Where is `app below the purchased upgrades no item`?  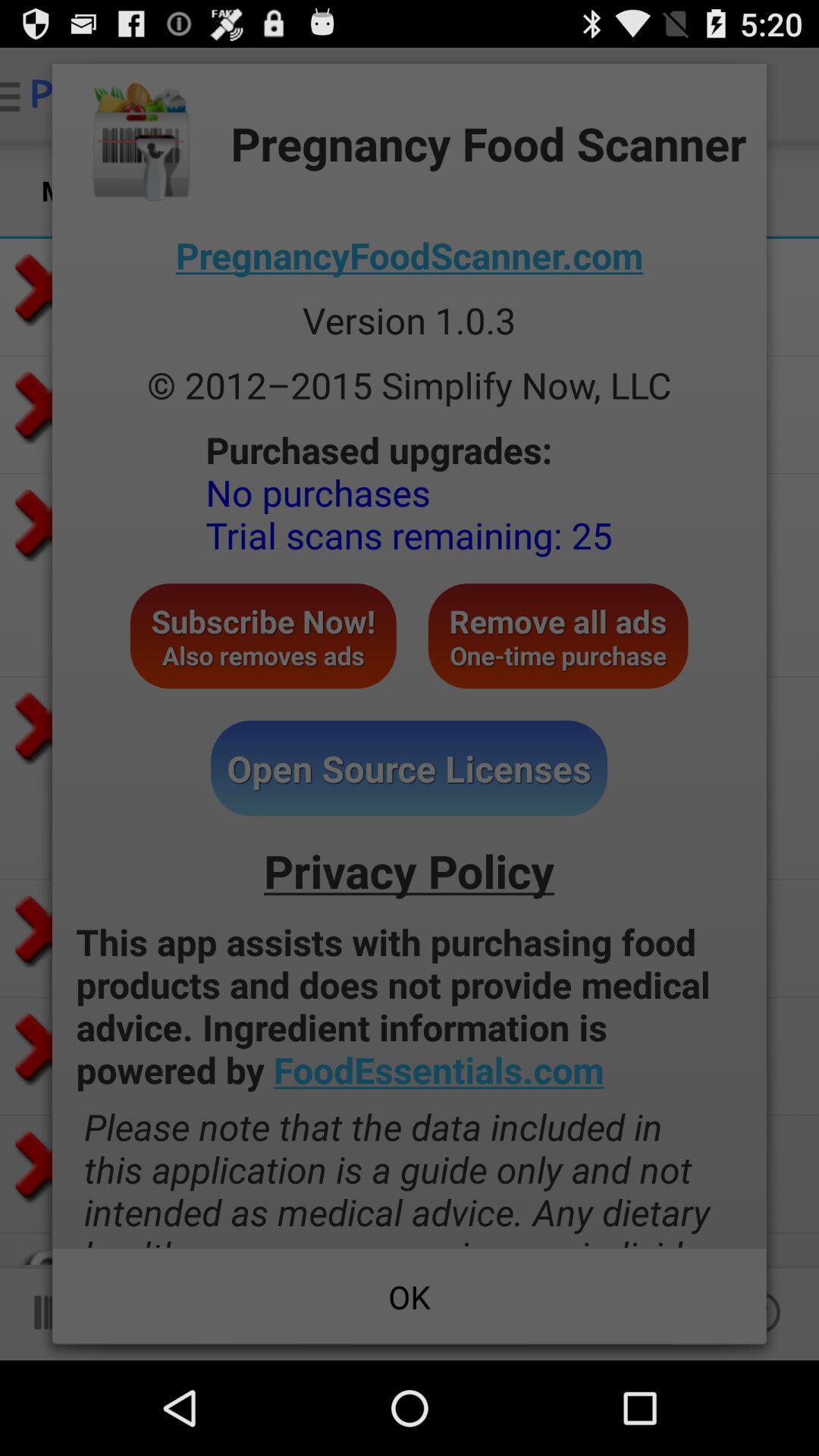 app below the purchased upgrades no item is located at coordinates (262, 635).